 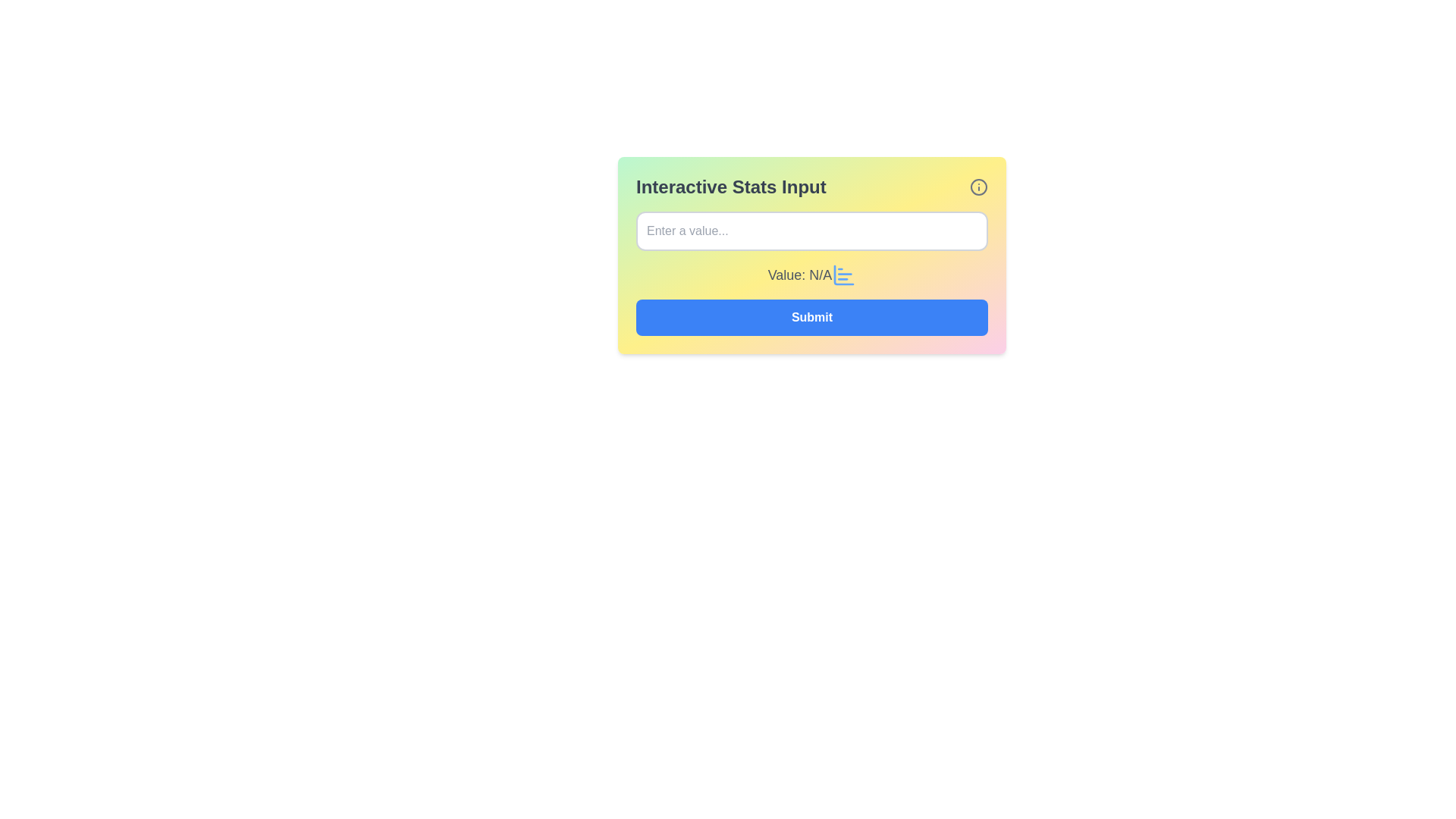 I want to click on the data display component labeled 'Value:', so click(x=811, y=275).